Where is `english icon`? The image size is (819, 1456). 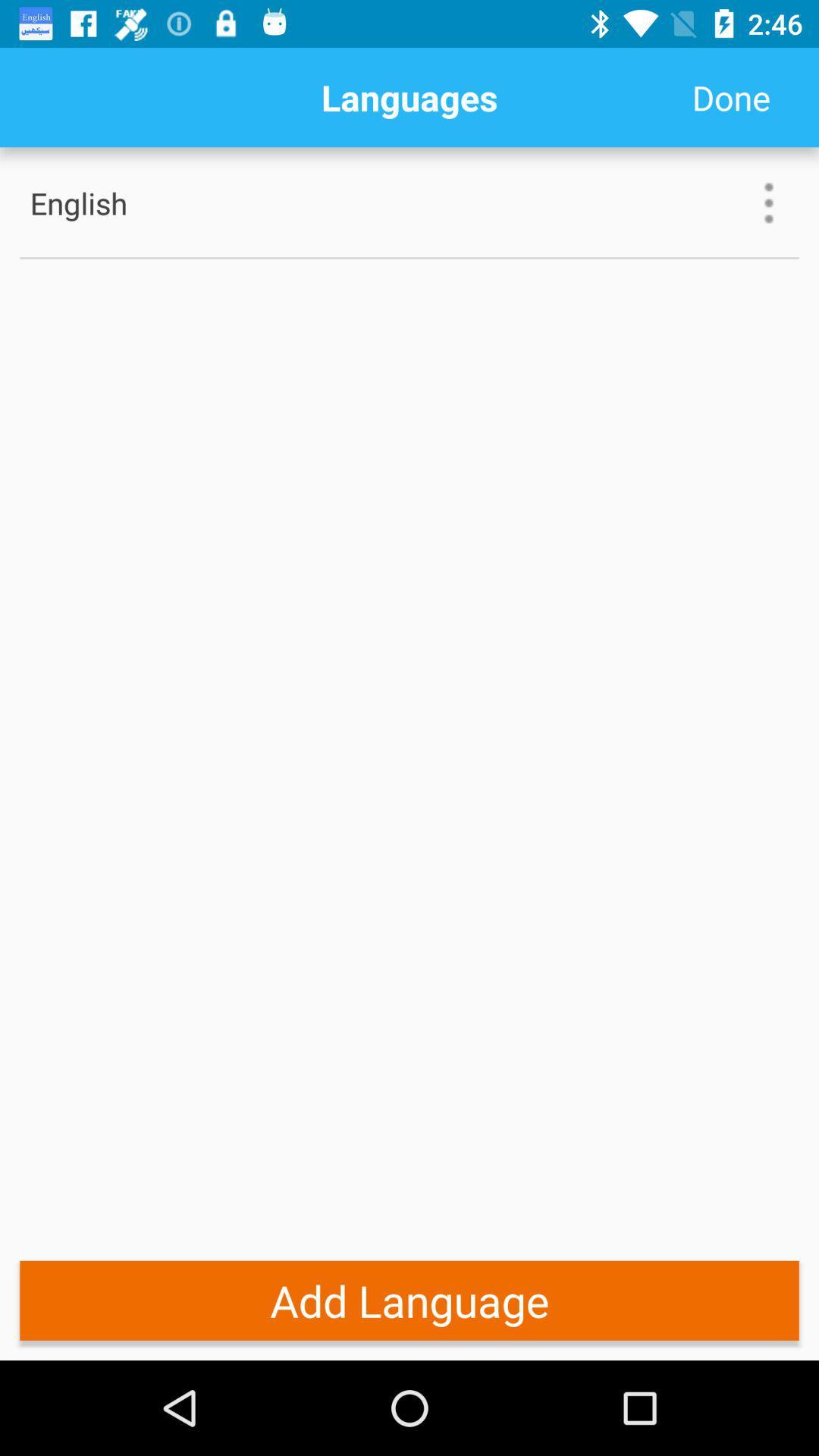
english icon is located at coordinates (127, 202).